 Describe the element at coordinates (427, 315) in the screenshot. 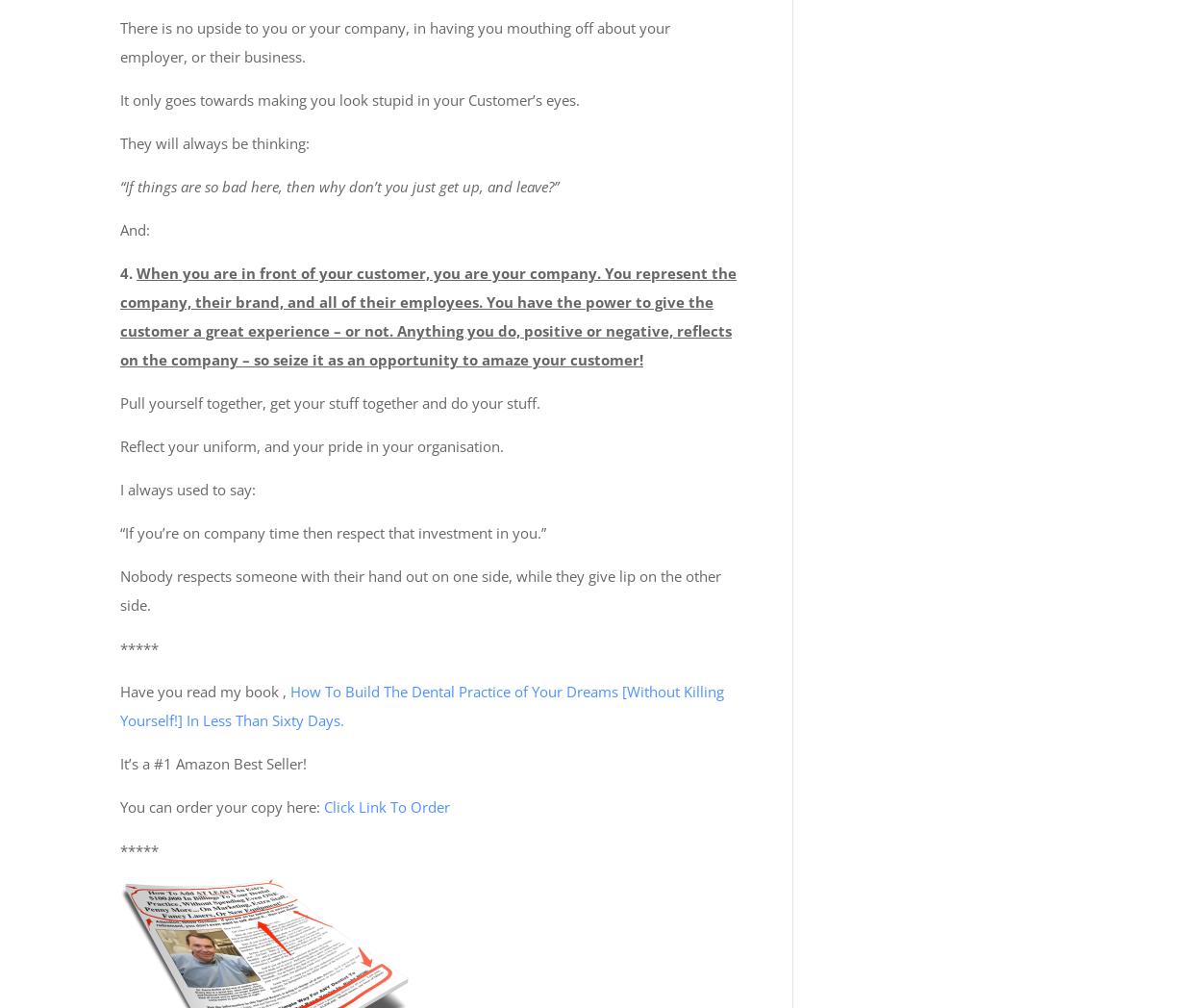

I see `'When you are in front of your customer, you are your company. You represent the company, their brand, and all of their employees. You have the power to give the customer a great experience – or not. Anything you do, positive or negative, reflects on the company – so seize it as an opportunity to amaze your customer!'` at that location.